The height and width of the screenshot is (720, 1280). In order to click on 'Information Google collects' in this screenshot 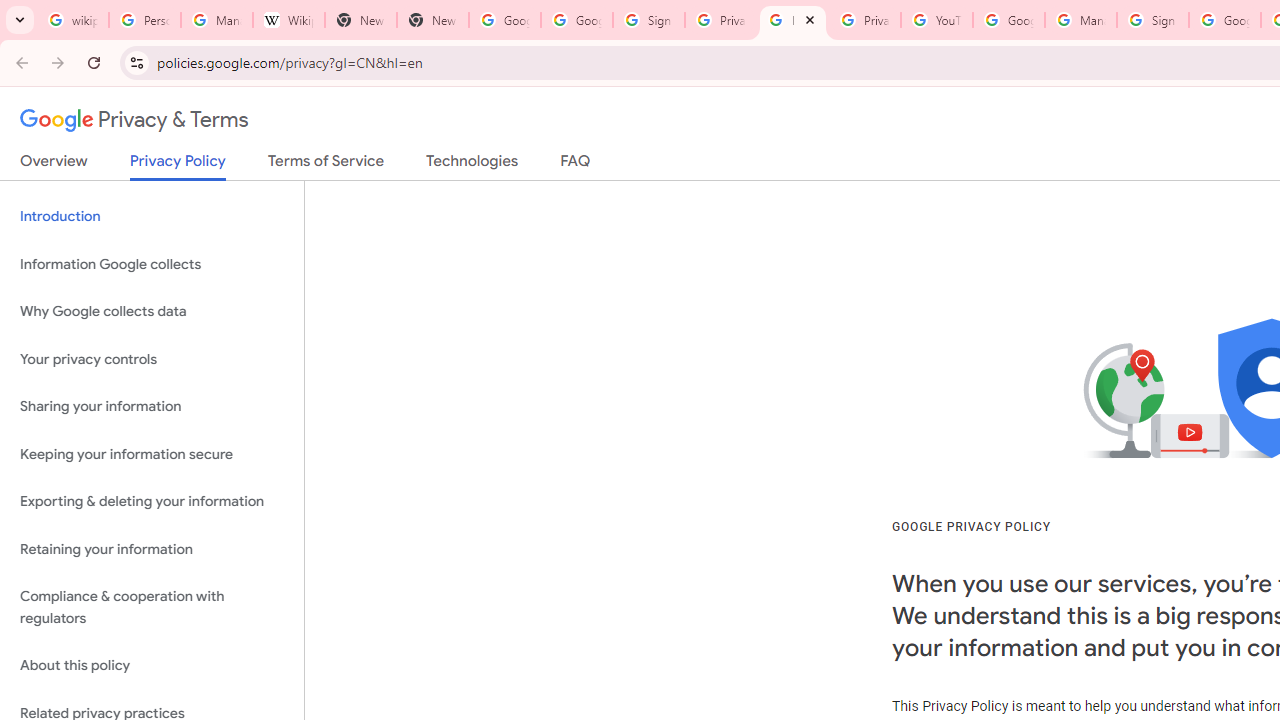, I will do `click(151, 263)`.